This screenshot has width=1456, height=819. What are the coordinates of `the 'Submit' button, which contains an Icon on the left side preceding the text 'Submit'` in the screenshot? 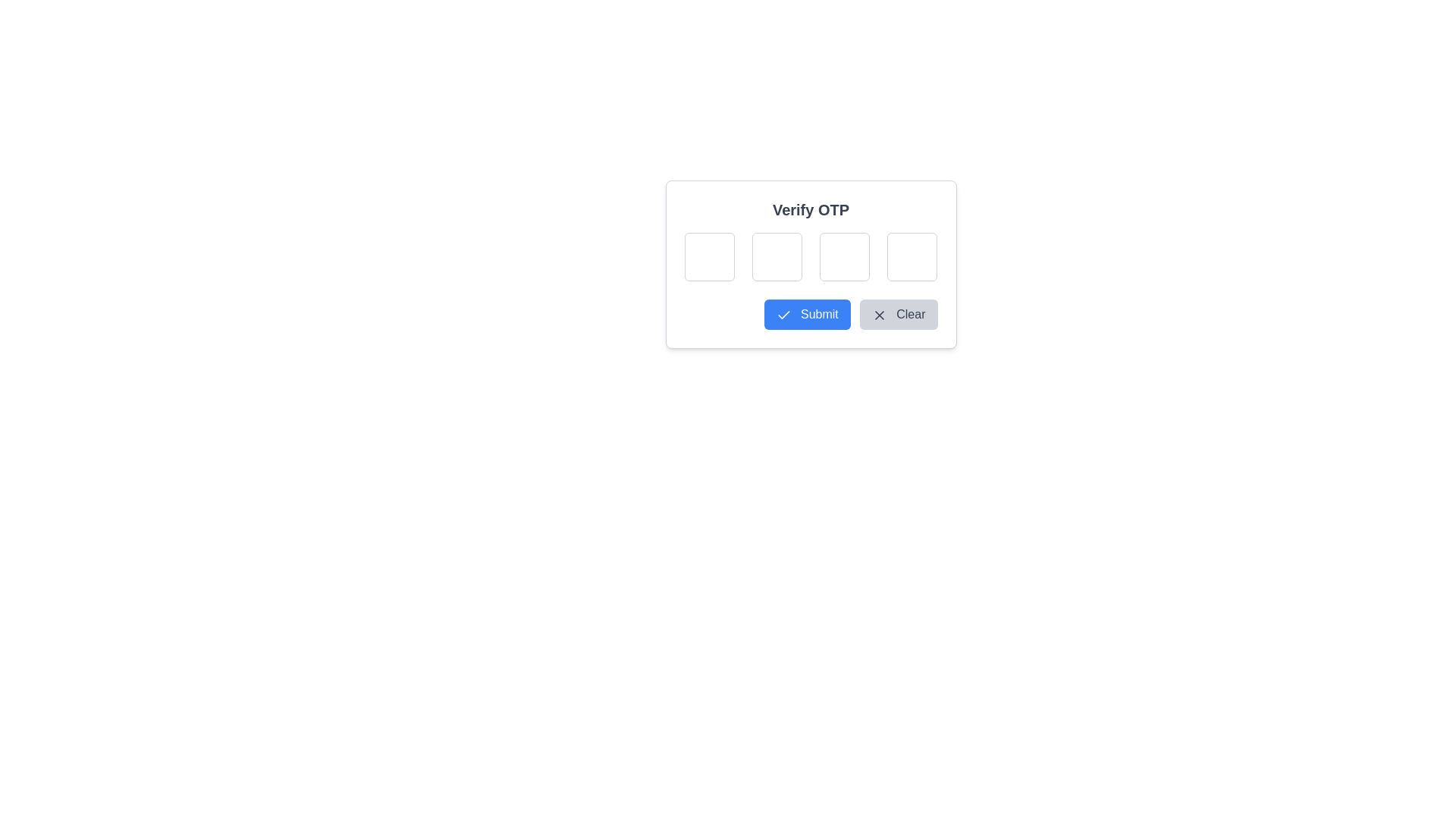 It's located at (783, 314).